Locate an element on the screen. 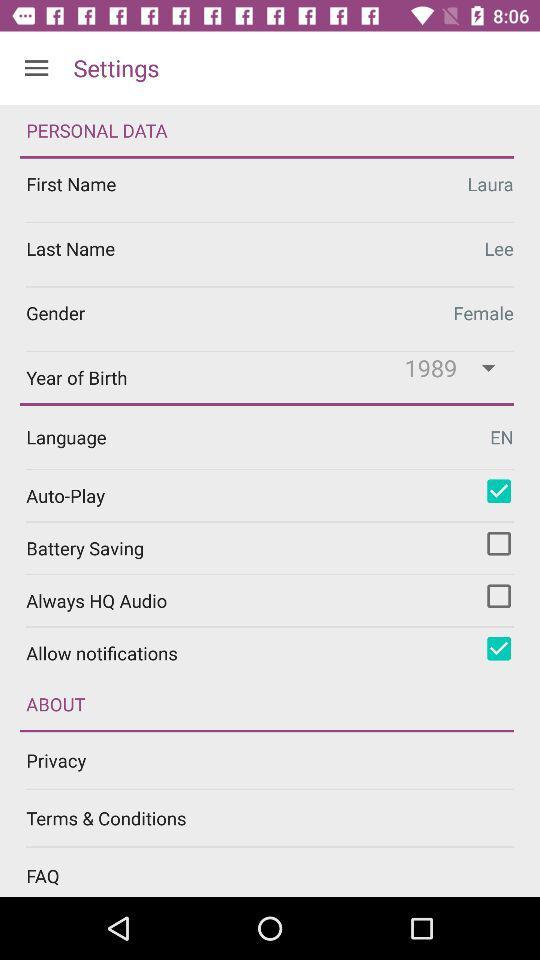 The width and height of the screenshot is (540, 960). check the always hq audio option on is located at coordinates (498, 596).